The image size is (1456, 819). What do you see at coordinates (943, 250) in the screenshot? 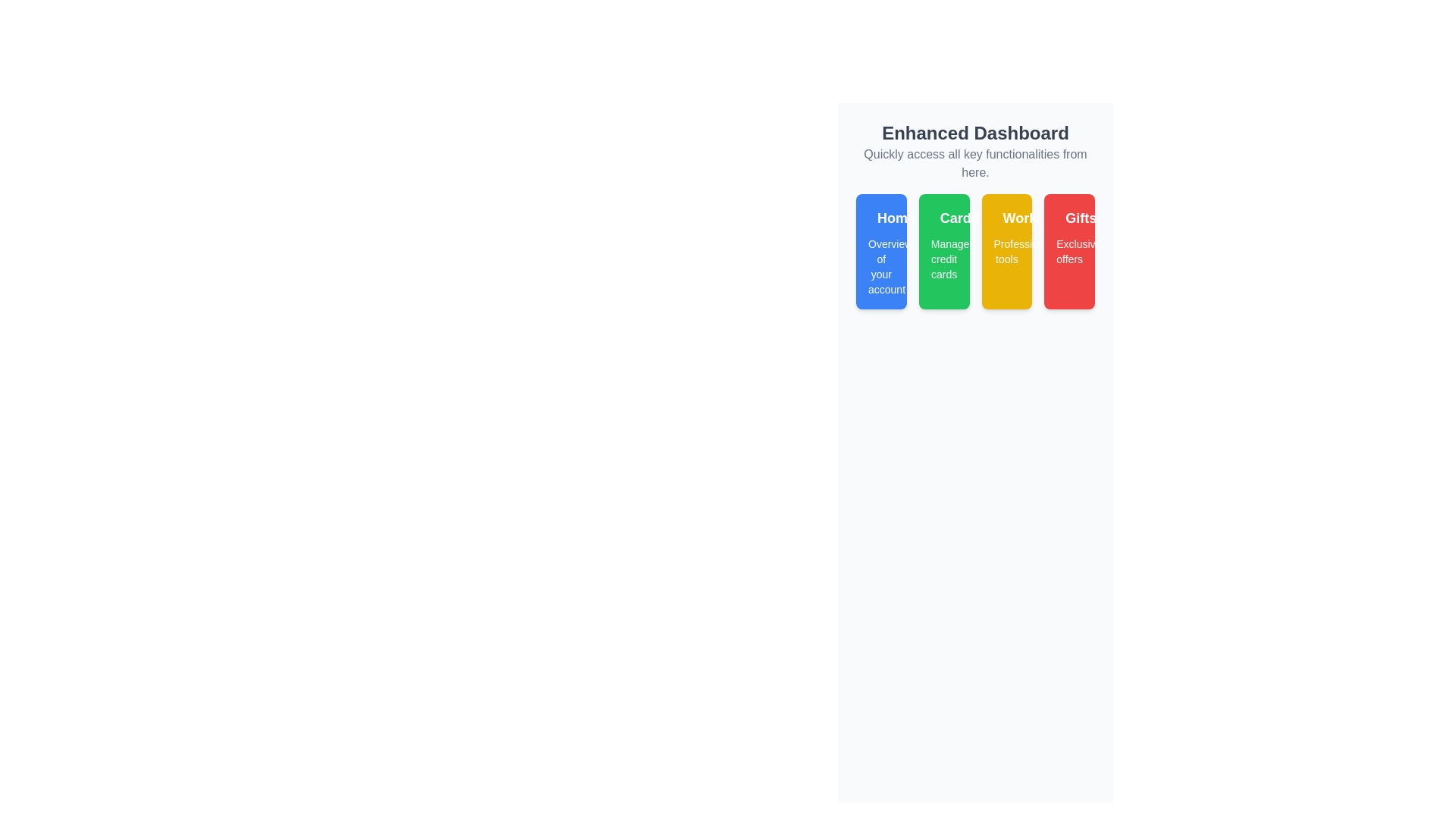
I see `the title within the navigation card for managing credit cards, located in the second column of the grid layout between the 'Home' and 'Work' cards` at bounding box center [943, 250].